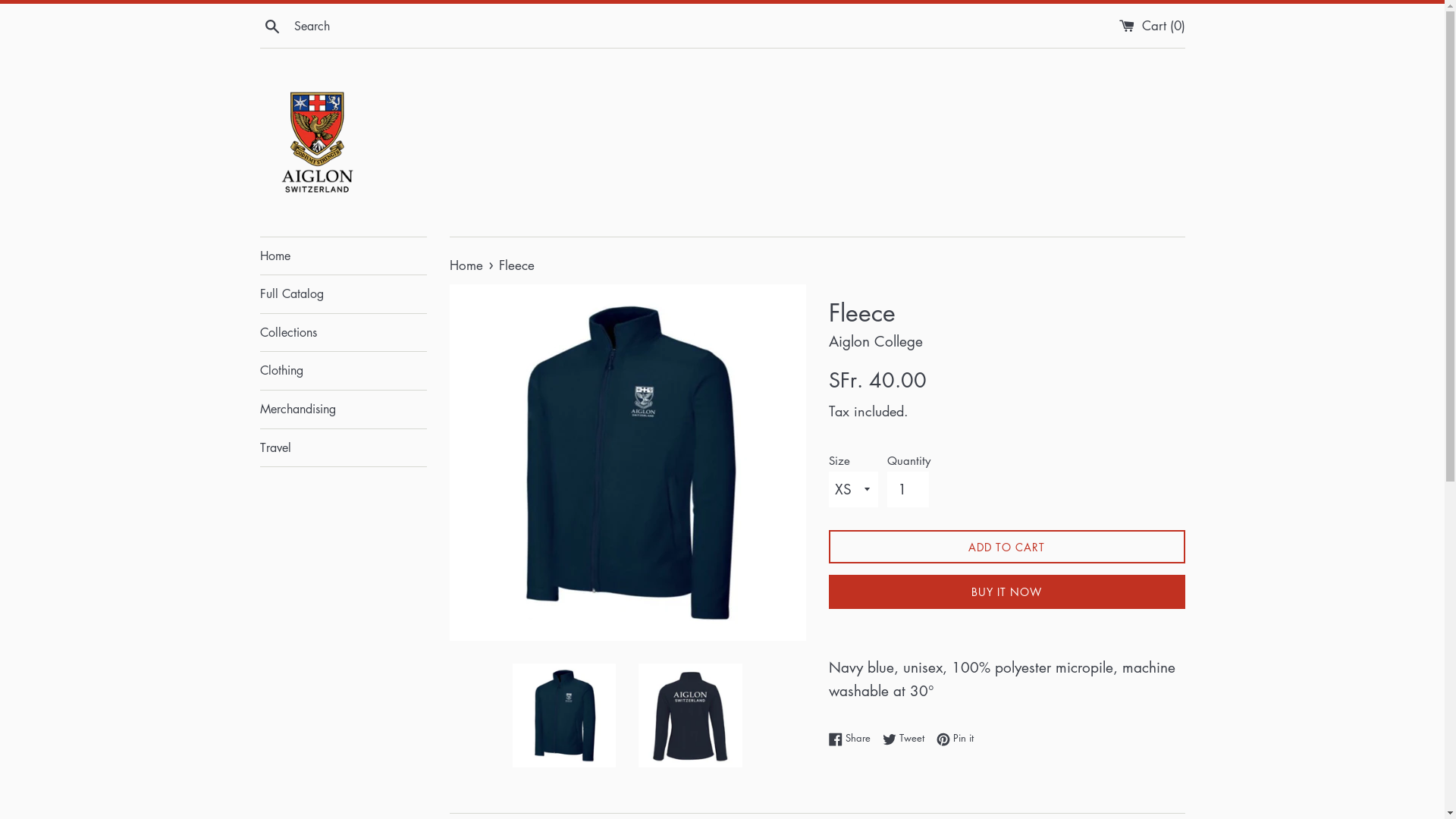 The image size is (1456, 819). I want to click on 'Clothing', so click(341, 371).